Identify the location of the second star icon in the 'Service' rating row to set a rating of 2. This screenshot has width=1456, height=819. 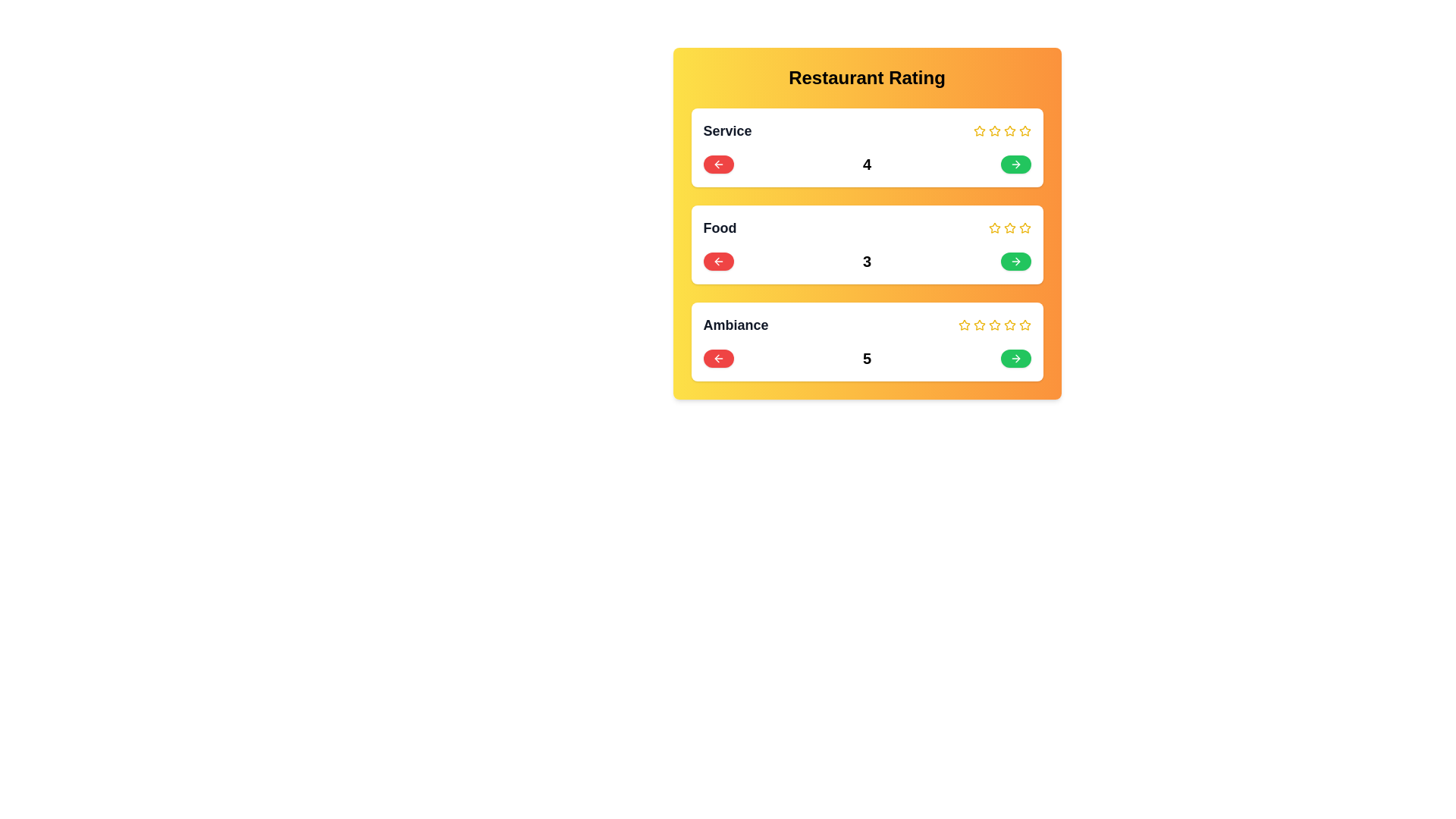
(1009, 130).